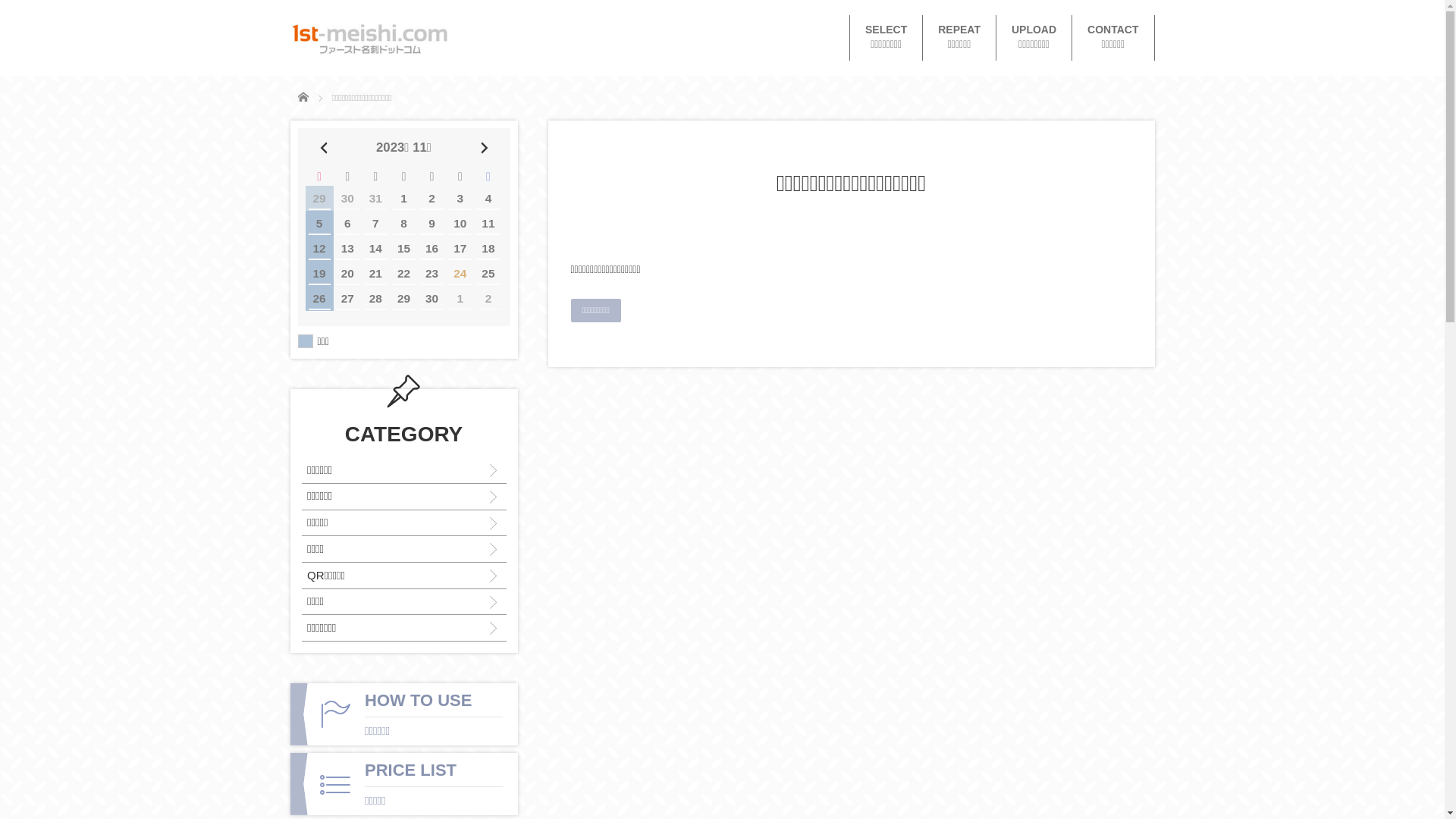  What do you see at coordinates (369, 38) in the screenshot?
I see `'1st-meishi.com'` at bounding box center [369, 38].